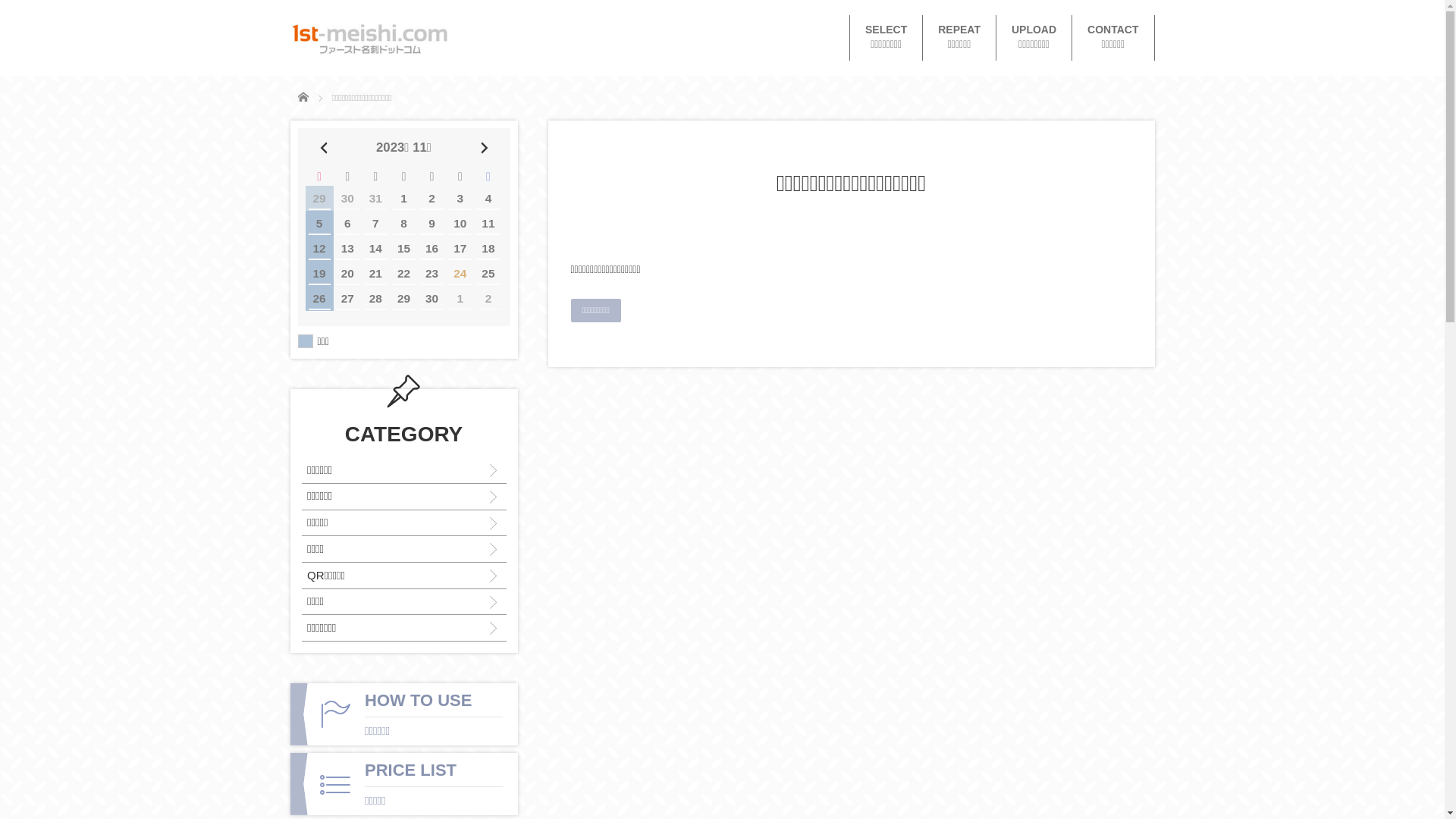  What do you see at coordinates (369, 38) in the screenshot?
I see `'1st-meishi.com'` at bounding box center [369, 38].